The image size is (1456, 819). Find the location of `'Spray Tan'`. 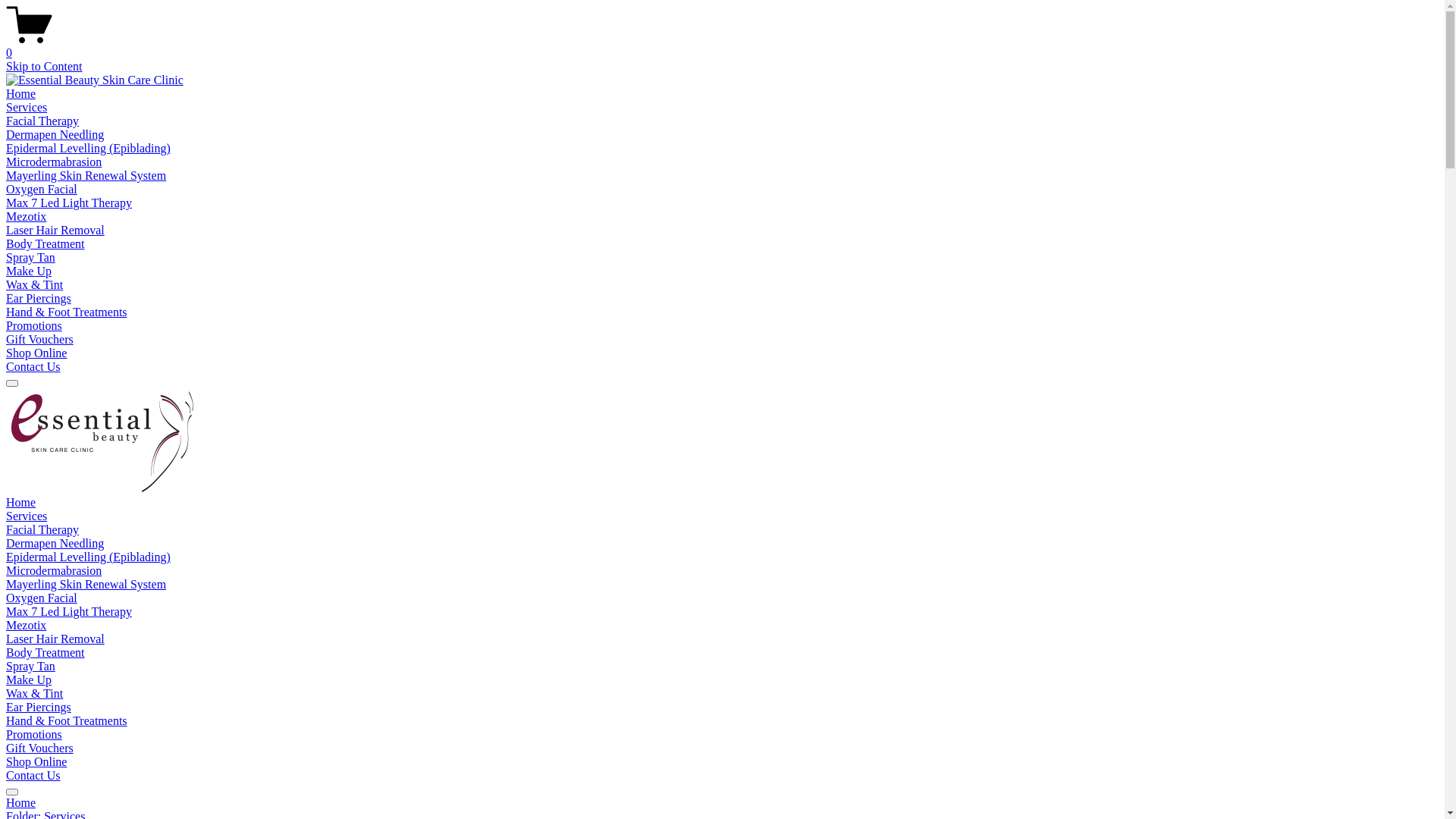

'Spray Tan' is located at coordinates (30, 256).